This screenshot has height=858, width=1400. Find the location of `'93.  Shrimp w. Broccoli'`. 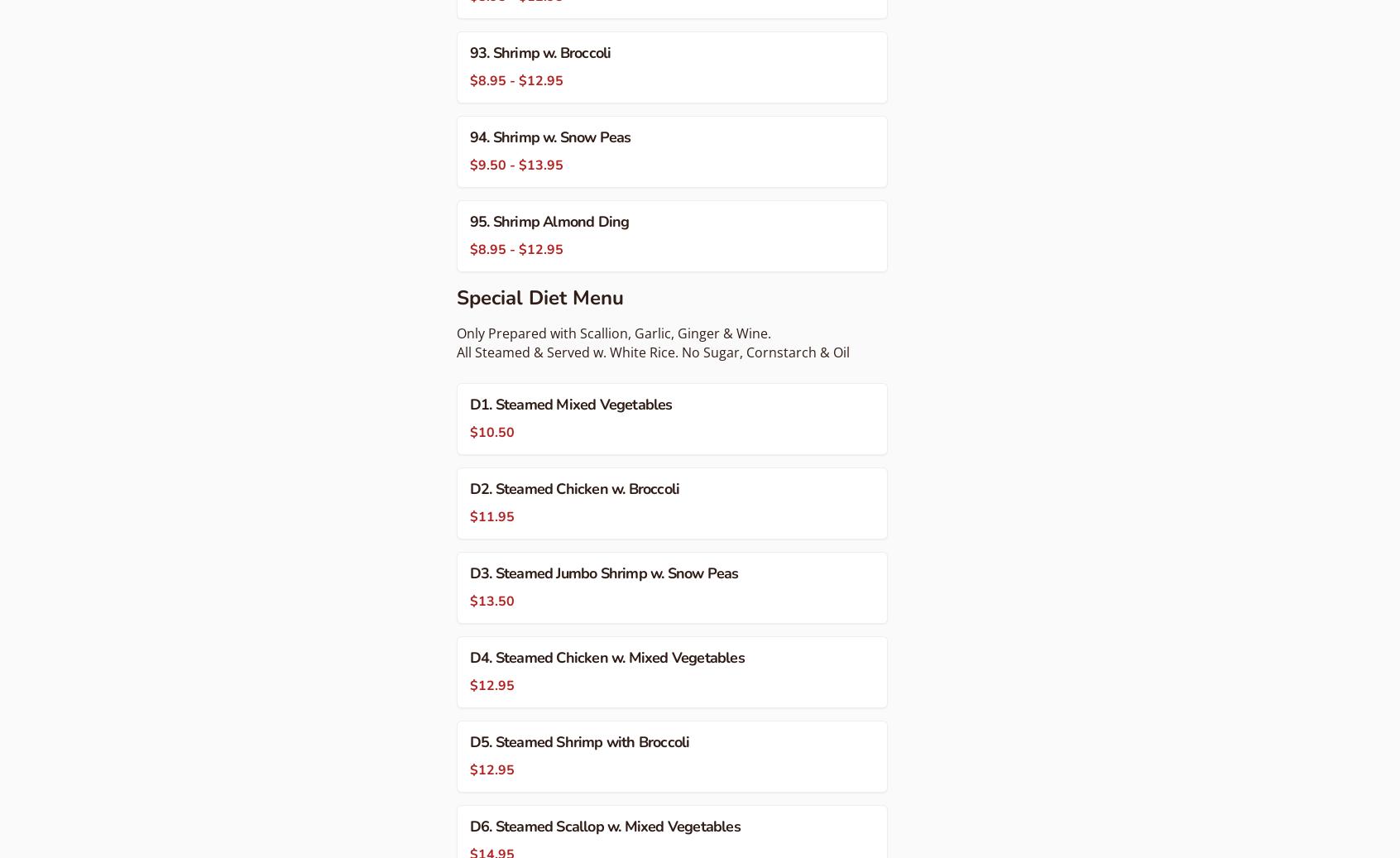

'93.  Shrimp w. Broccoli' is located at coordinates (539, 51).